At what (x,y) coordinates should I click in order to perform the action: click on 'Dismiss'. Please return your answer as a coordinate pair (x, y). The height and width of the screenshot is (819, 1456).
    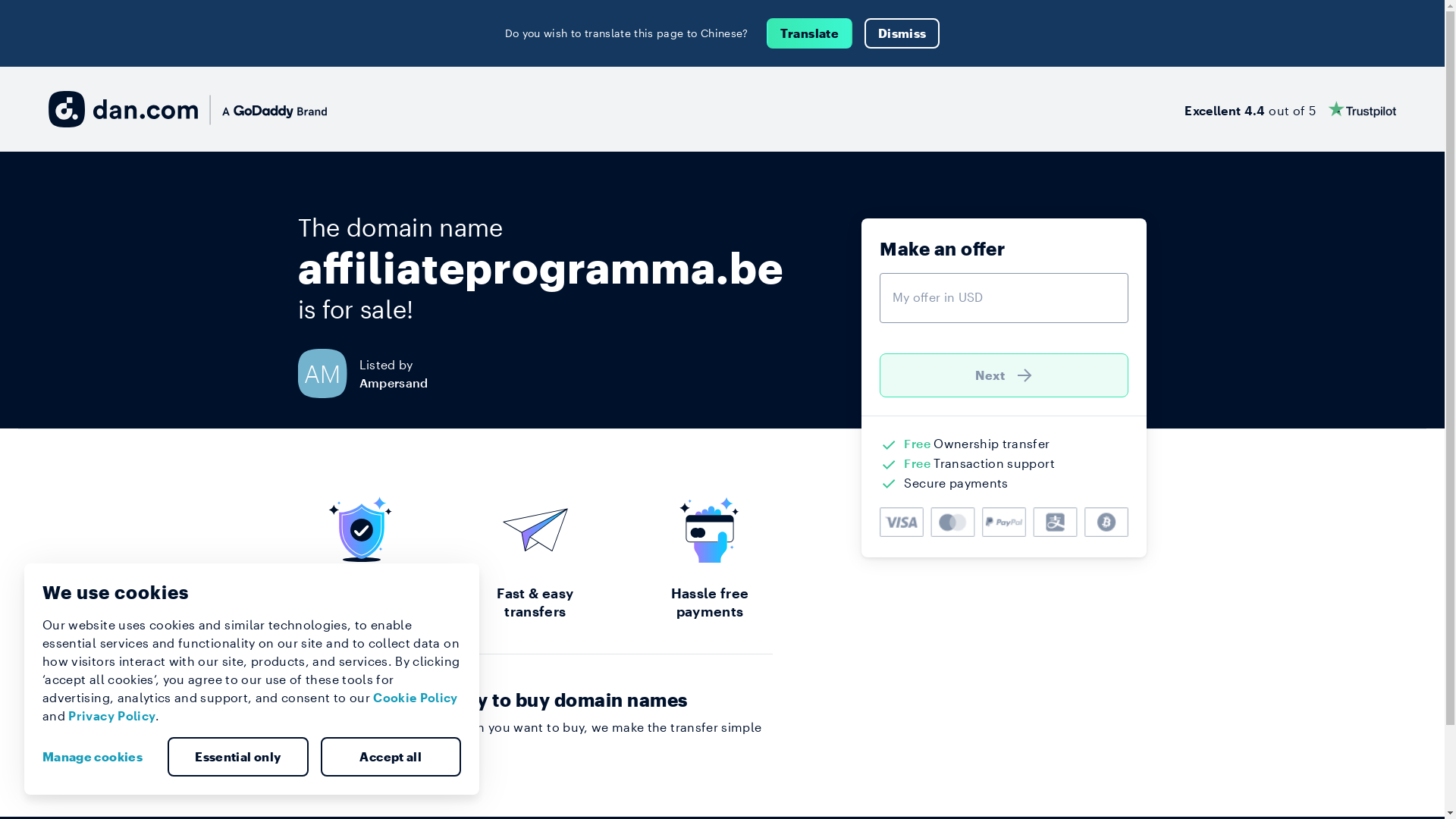
    Looking at the image, I should click on (864, 33).